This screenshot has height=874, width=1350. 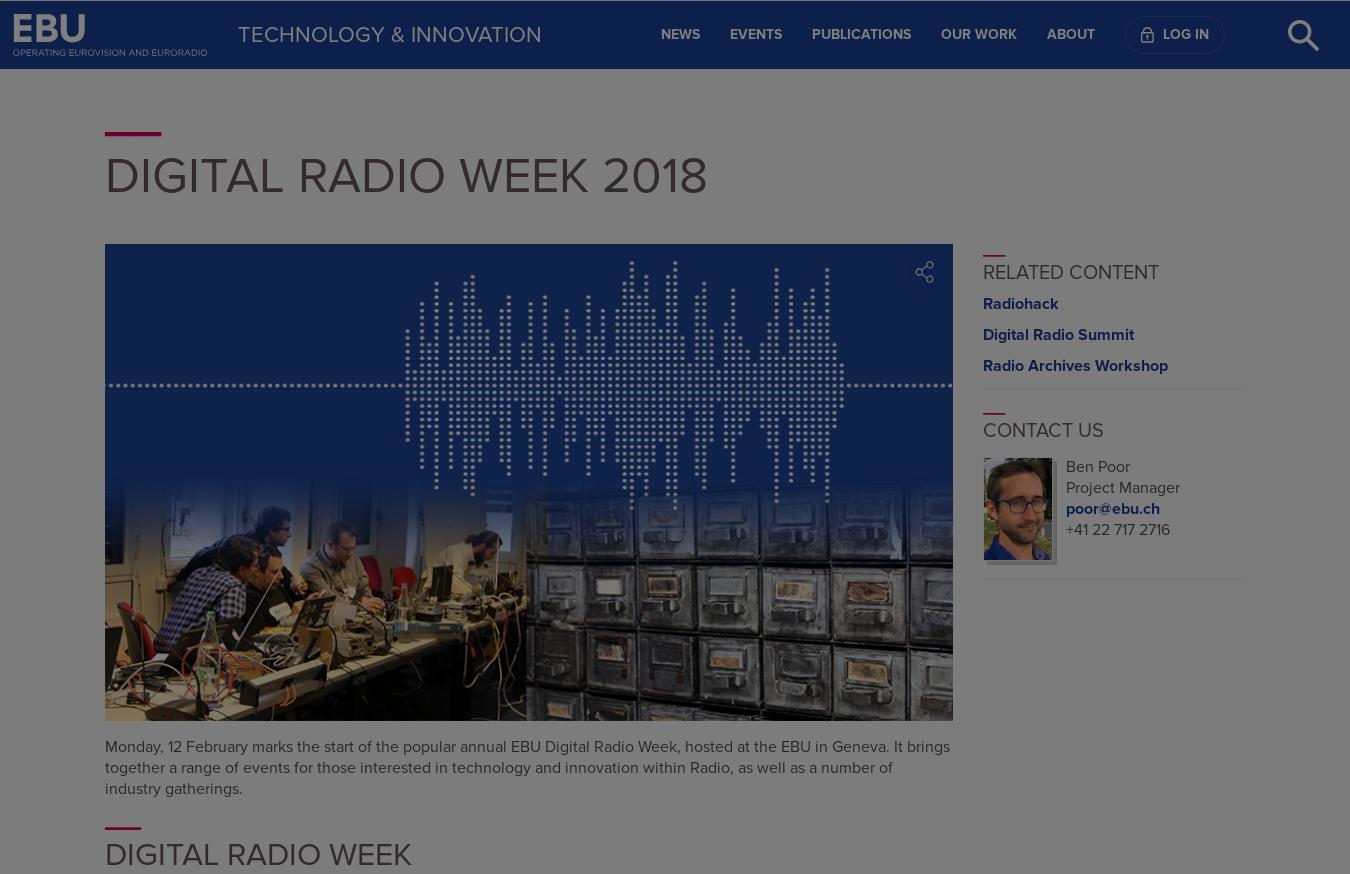 I want to click on '+41 22 717 2716', so click(x=1116, y=529).